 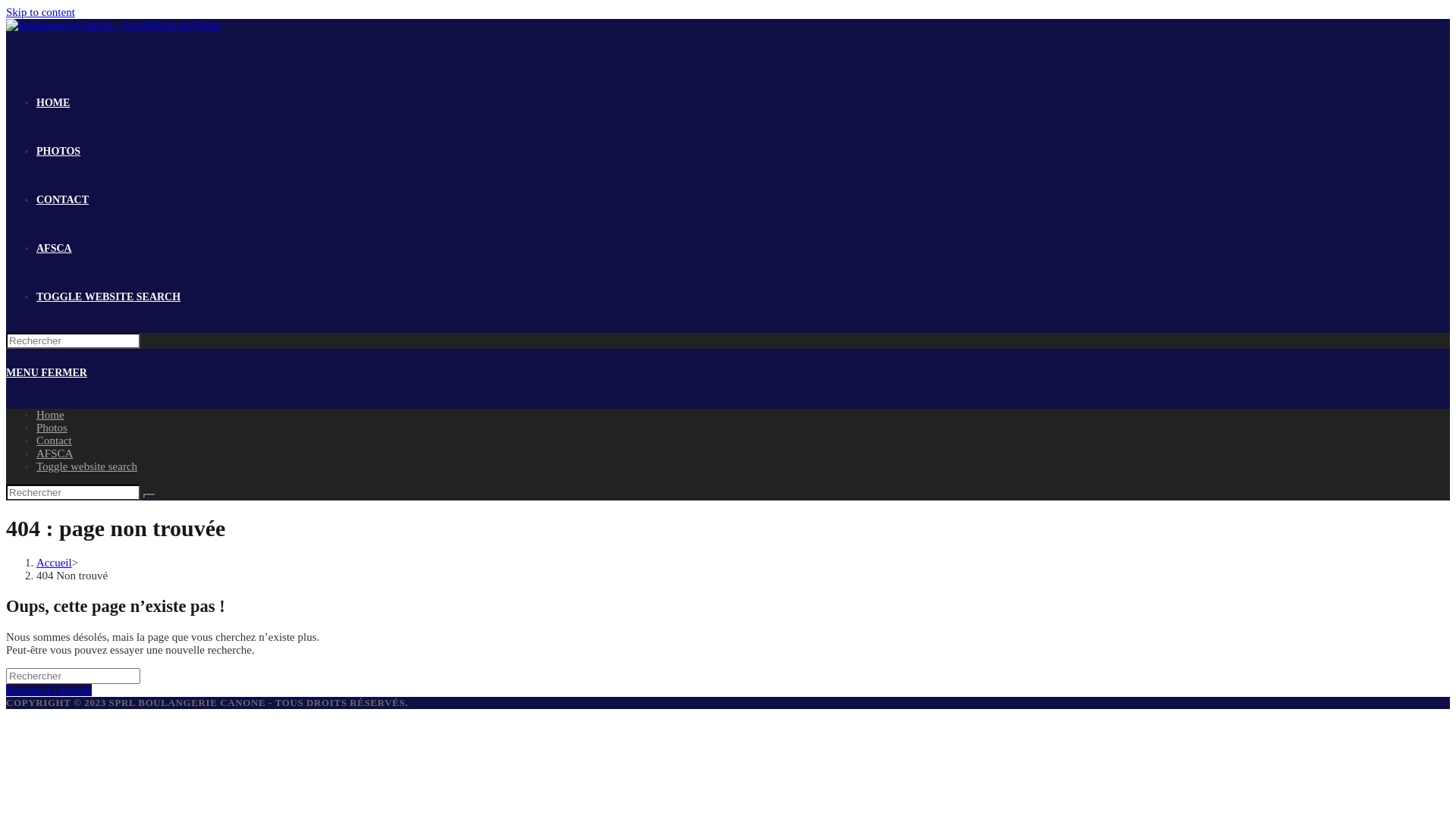 I want to click on 'Accueil', so click(x=54, y=562).